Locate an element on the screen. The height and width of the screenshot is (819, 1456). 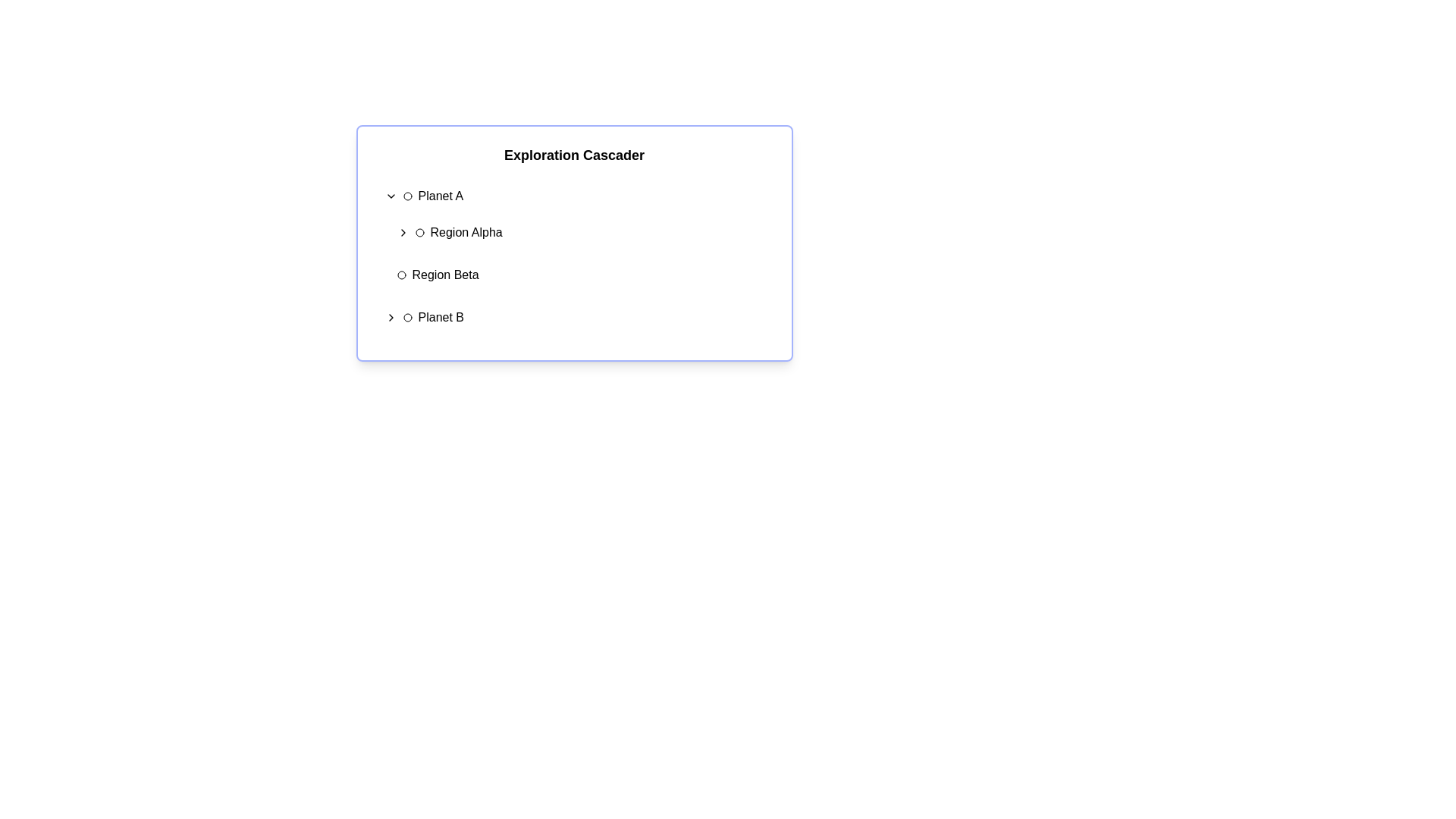
the selectable menu item 'Region Alpha', which is the second option in the menu structure is located at coordinates (579, 233).